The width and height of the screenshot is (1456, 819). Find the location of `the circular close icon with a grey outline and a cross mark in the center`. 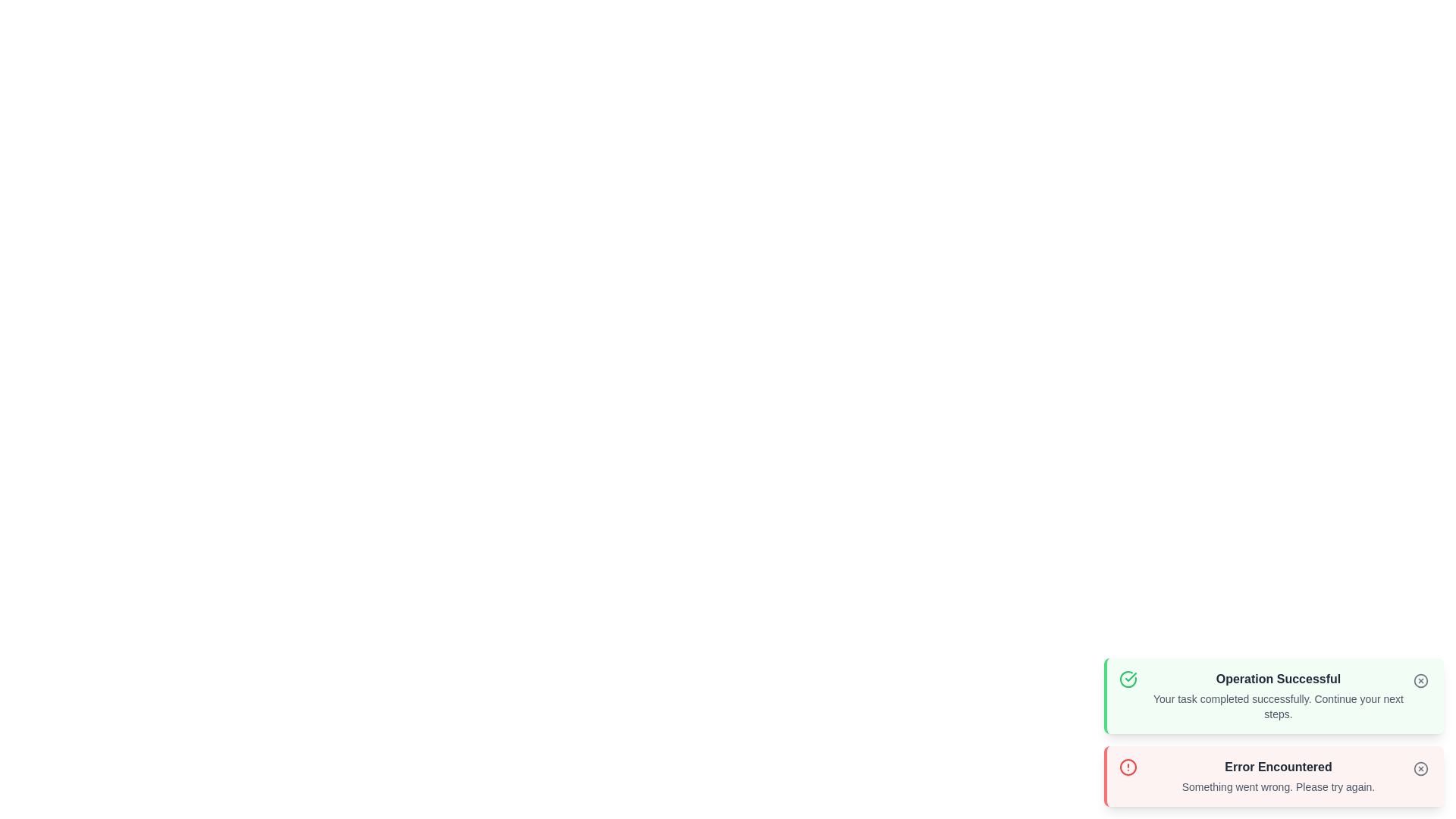

the circular close icon with a grey outline and a cross mark in the center is located at coordinates (1420, 680).